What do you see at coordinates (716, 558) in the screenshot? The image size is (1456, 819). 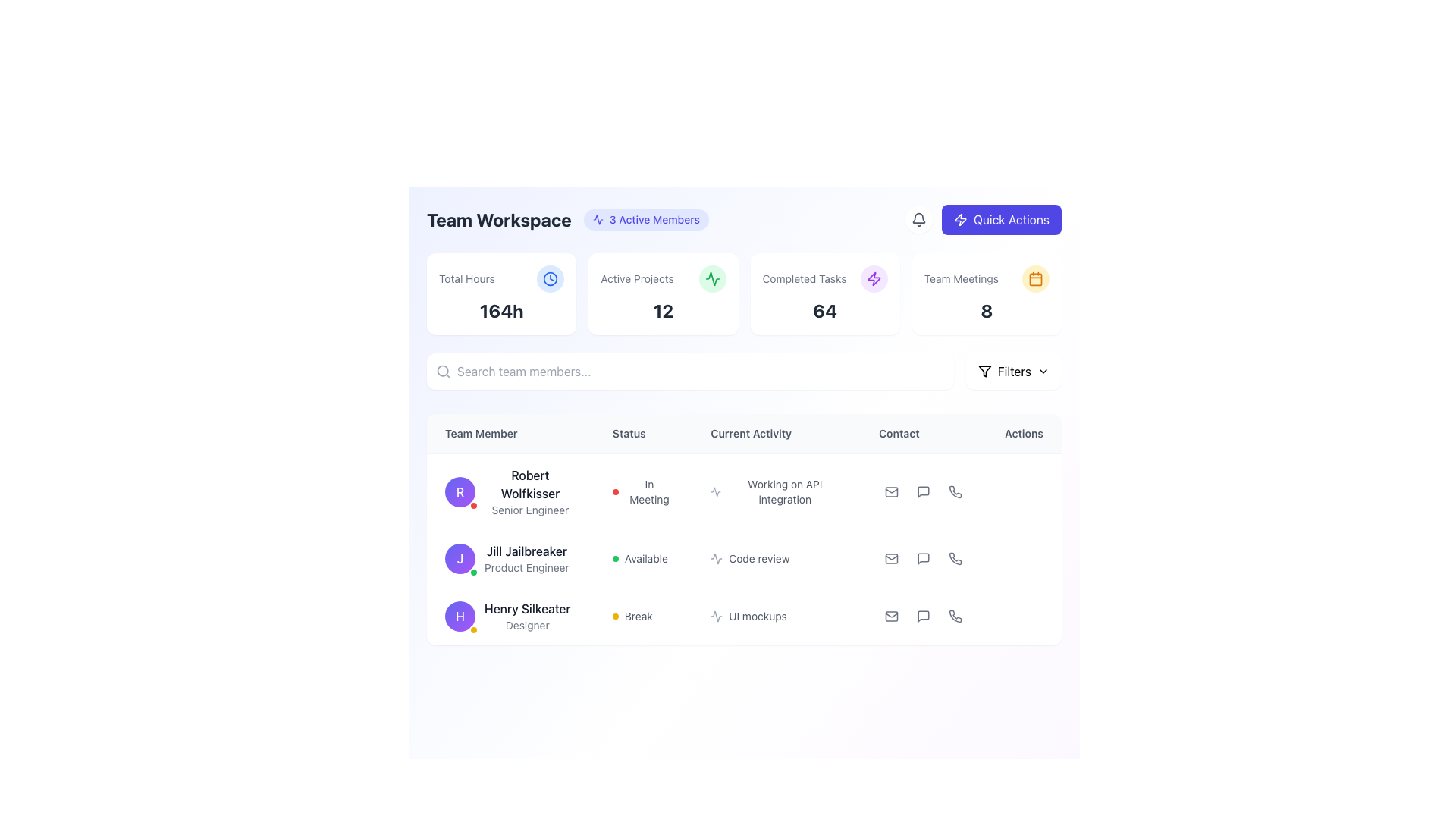 I see `and interpret the icon associated with the 'Code review' activity, which is styled with a thin outline and positioned in the second row of the 'Current Activity' column` at bounding box center [716, 558].